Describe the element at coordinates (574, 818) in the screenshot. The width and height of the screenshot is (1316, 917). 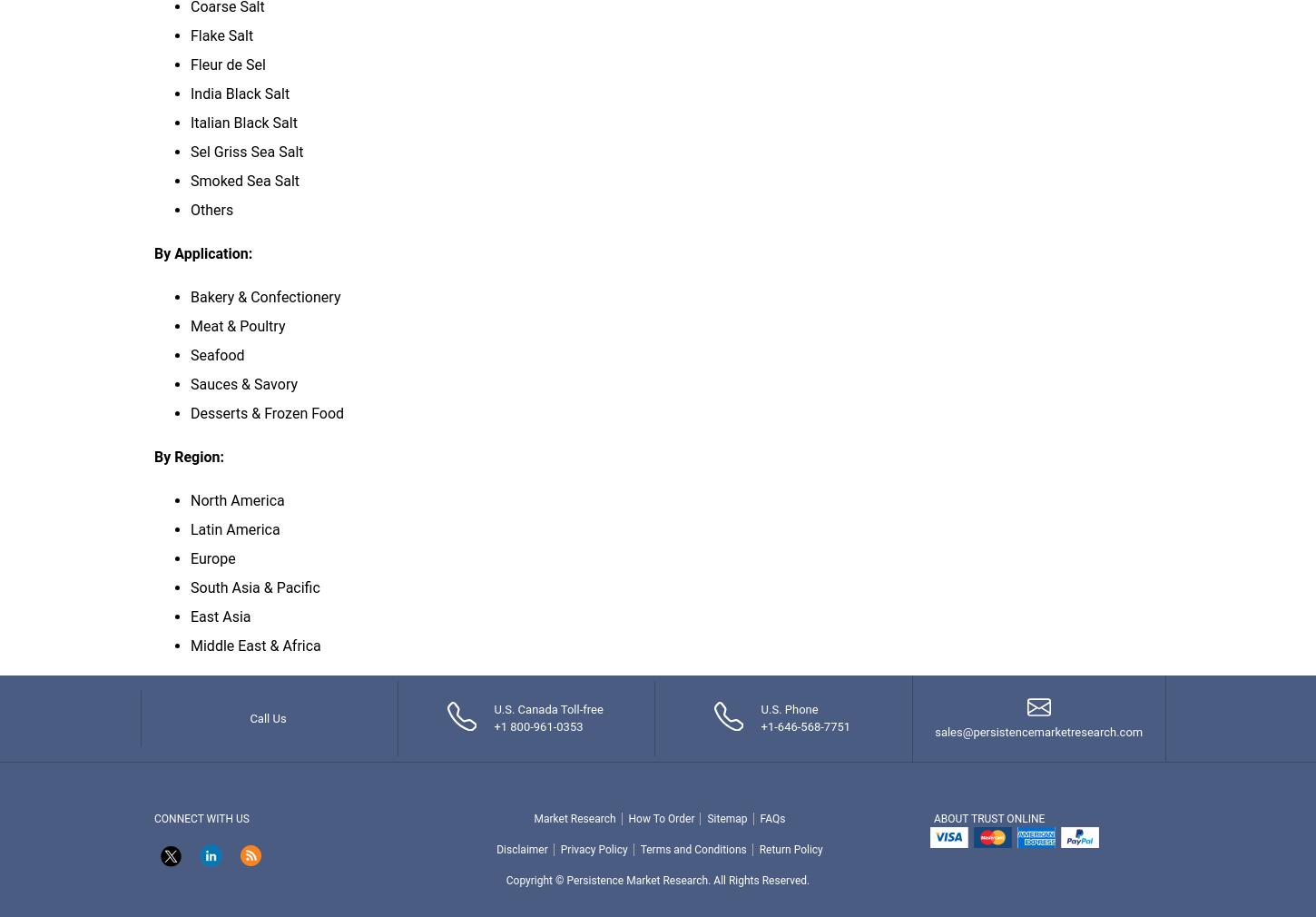
I see `'Market Research'` at that location.